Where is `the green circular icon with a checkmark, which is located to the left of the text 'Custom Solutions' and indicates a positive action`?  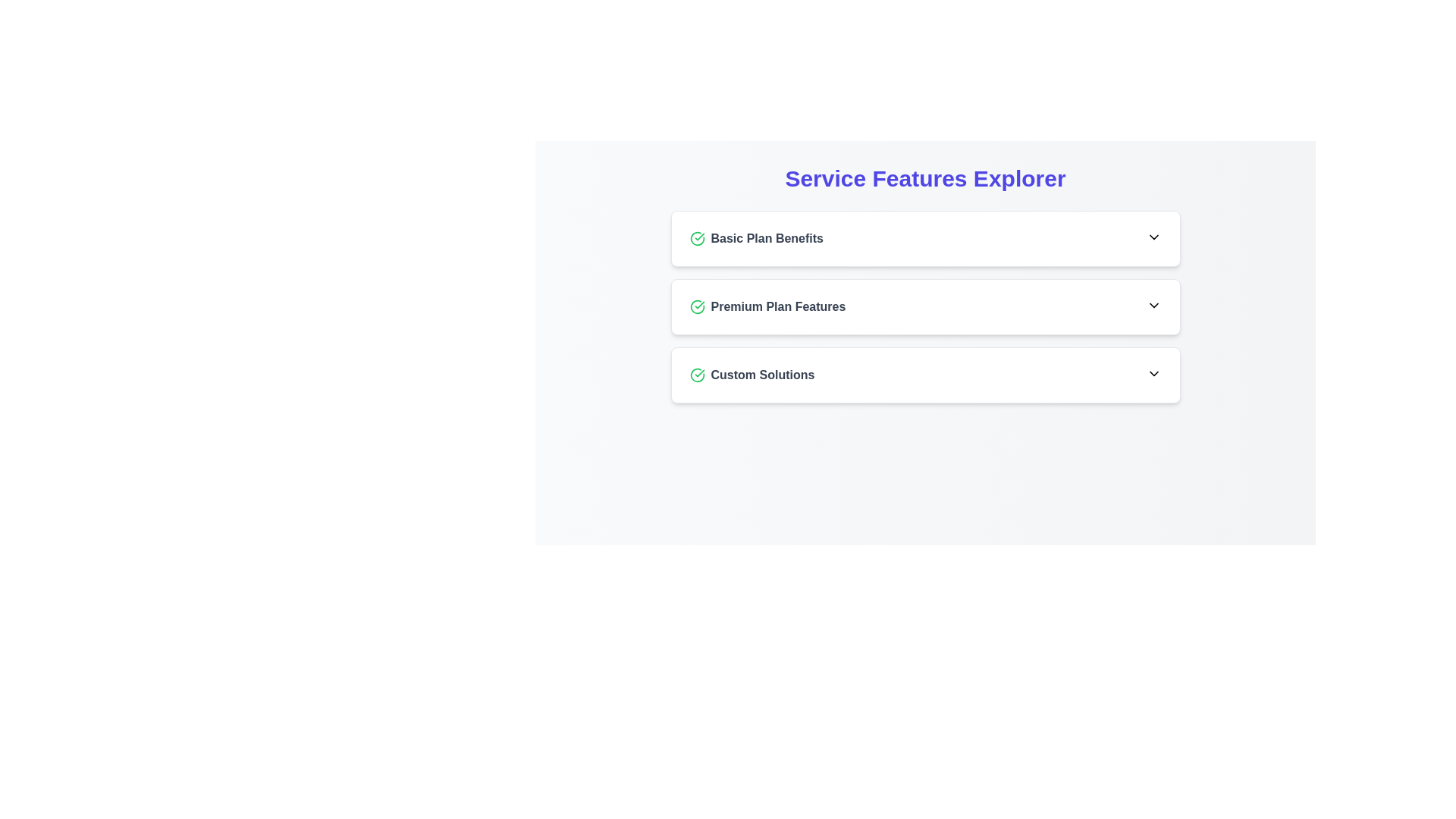 the green circular icon with a checkmark, which is located to the left of the text 'Custom Solutions' and indicates a positive action is located at coordinates (696, 375).